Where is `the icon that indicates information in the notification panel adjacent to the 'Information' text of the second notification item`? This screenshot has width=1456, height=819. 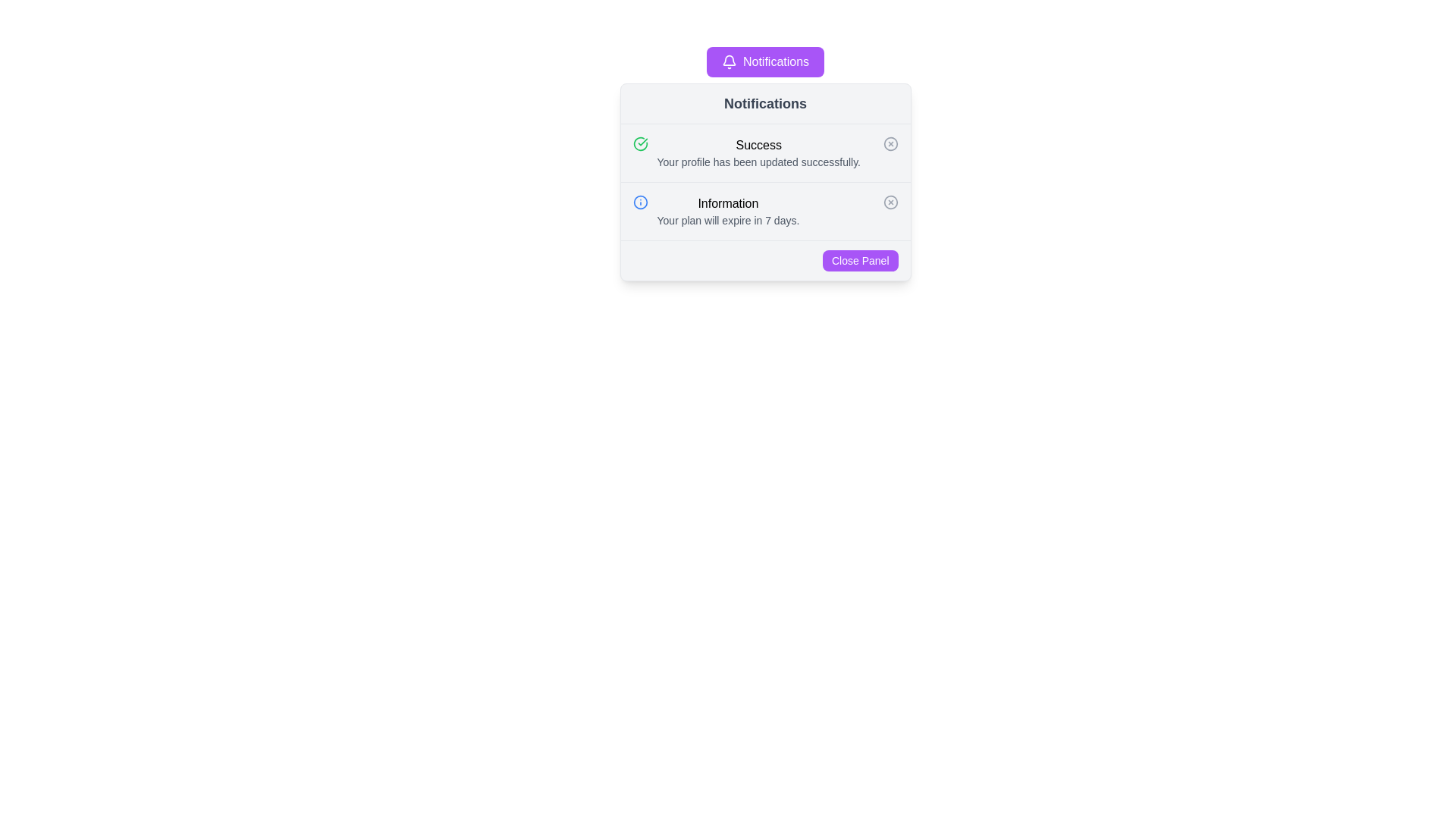 the icon that indicates information in the notification panel adjacent to the 'Information' text of the second notification item is located at coordinates (640, 201).